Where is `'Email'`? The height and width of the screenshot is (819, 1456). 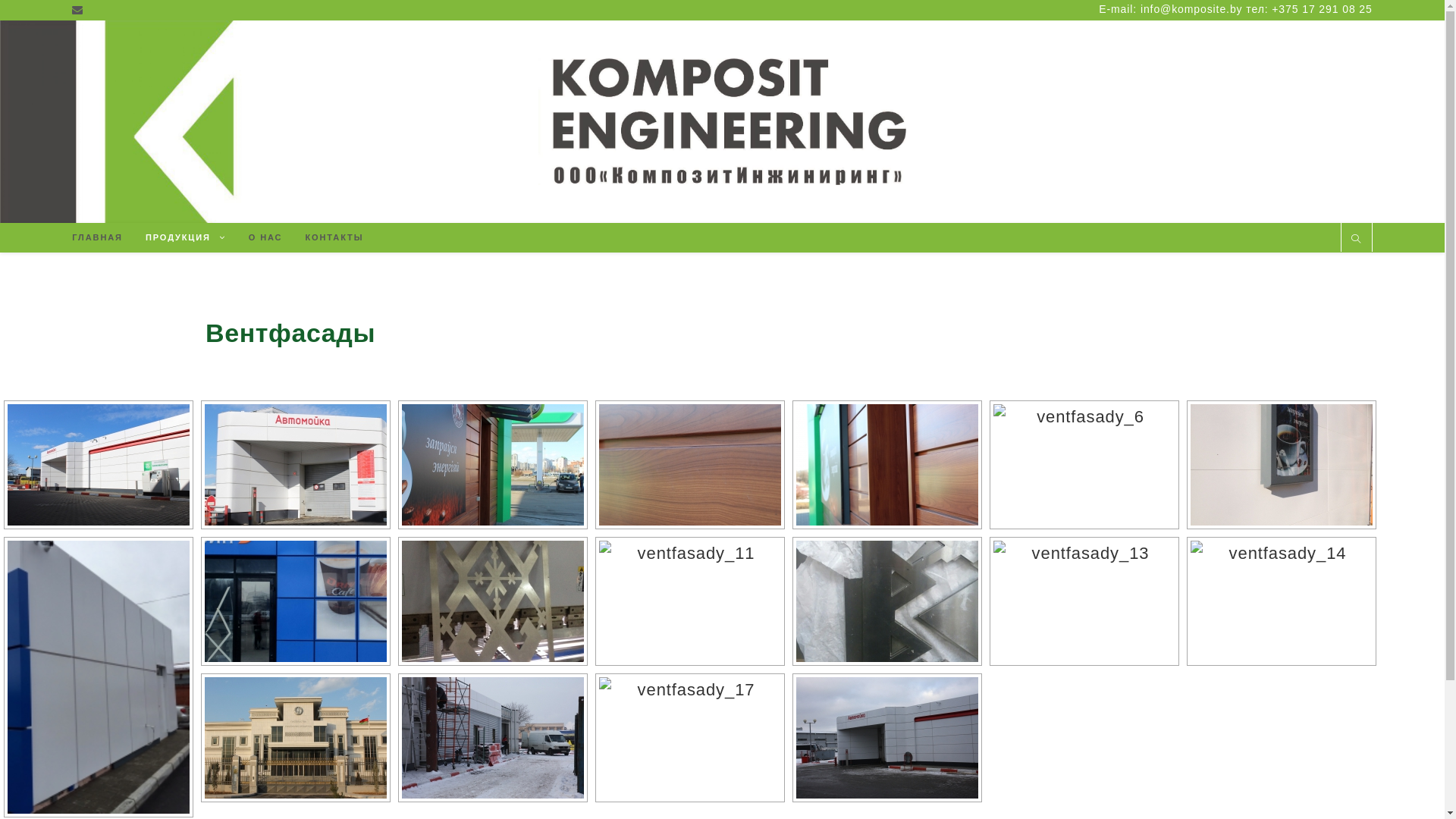 'Email' is located at coordinates (79, 8).